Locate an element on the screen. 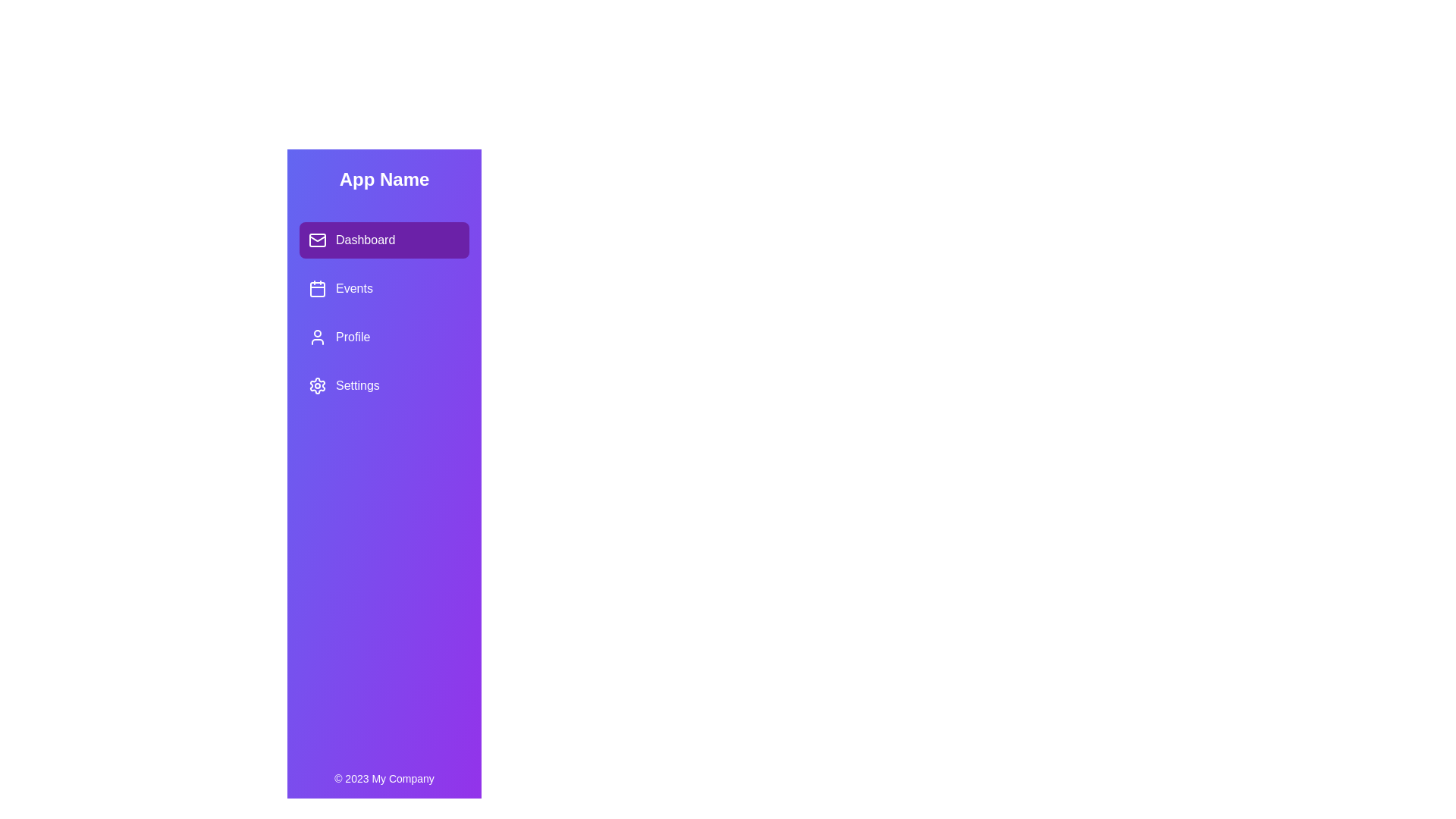 This screenshot has height=819, width=1456. the header text 'App Name' in the SidebarNavigation component is located at coordinates (384, 178).